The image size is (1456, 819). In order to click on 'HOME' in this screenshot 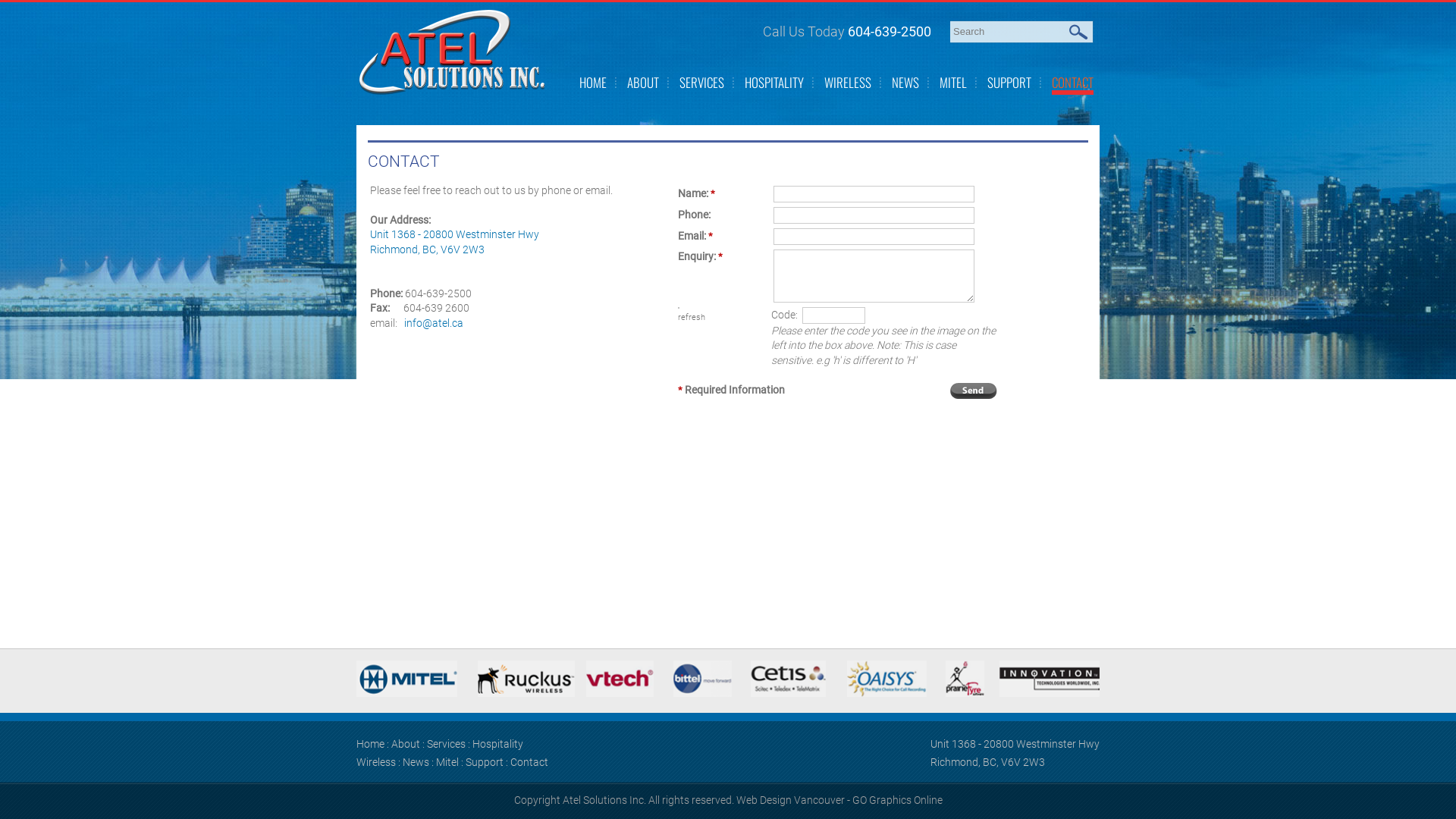, I will do `click(592, 82)`.